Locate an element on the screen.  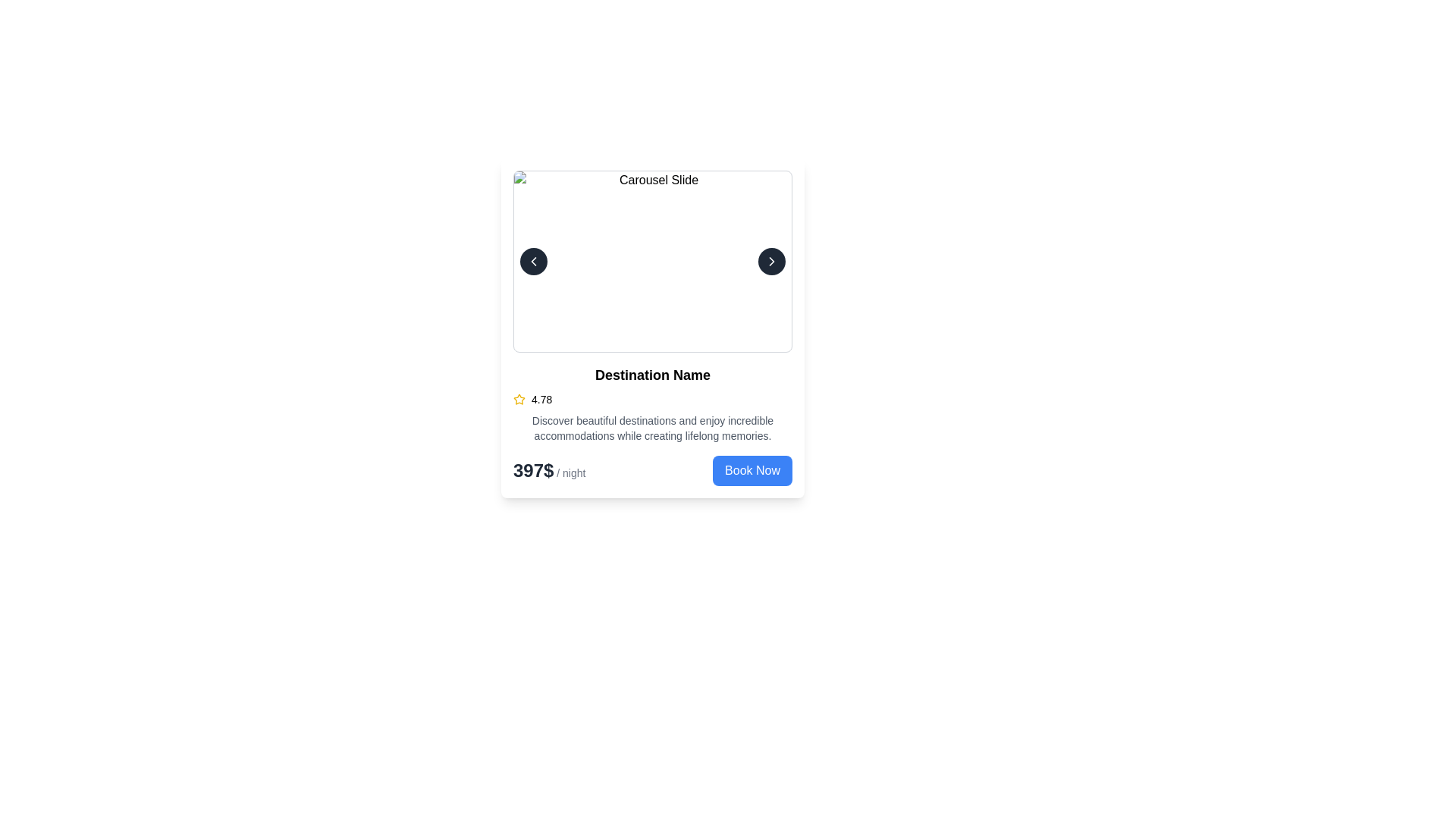
the descriptive summary text element located between the rating section (4.78 stars) and the pricing details ('397$ / night') within the card layout is located at coordinates (652, 428).